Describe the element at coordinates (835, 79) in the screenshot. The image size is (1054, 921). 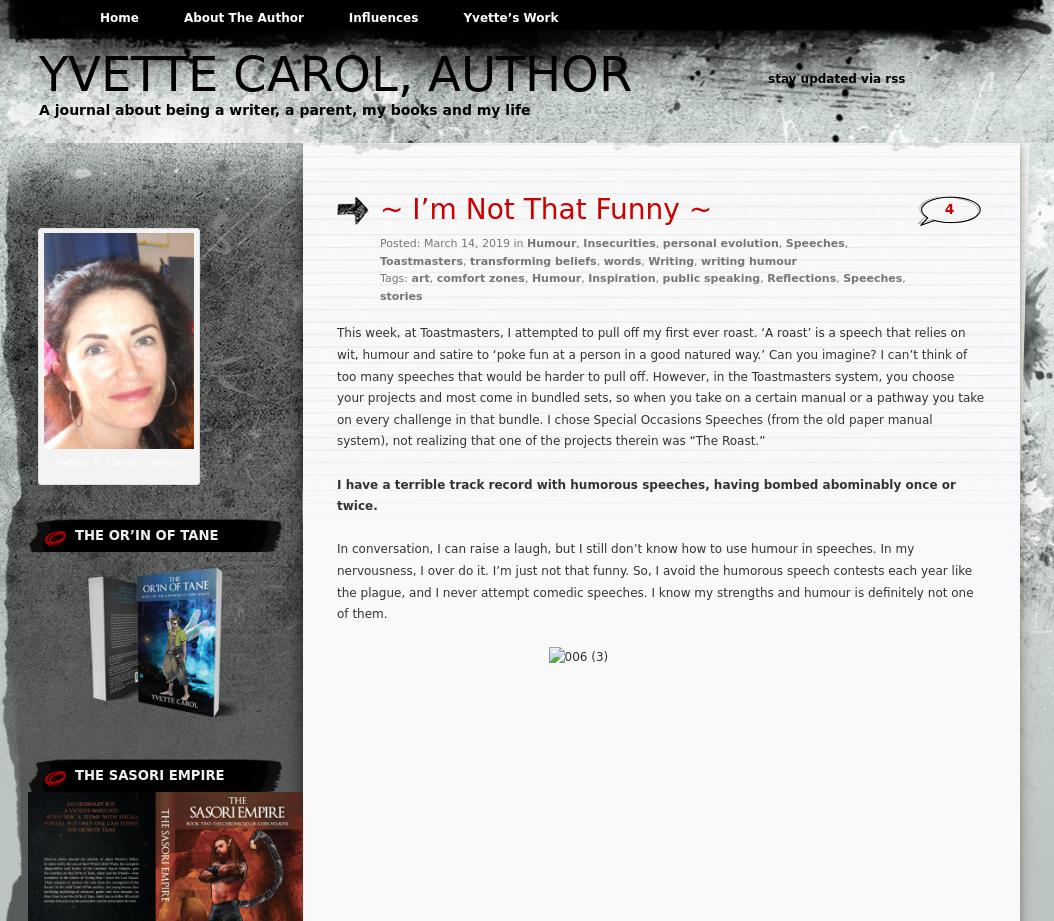
I see `'Stay updated via RSS'` at that location.